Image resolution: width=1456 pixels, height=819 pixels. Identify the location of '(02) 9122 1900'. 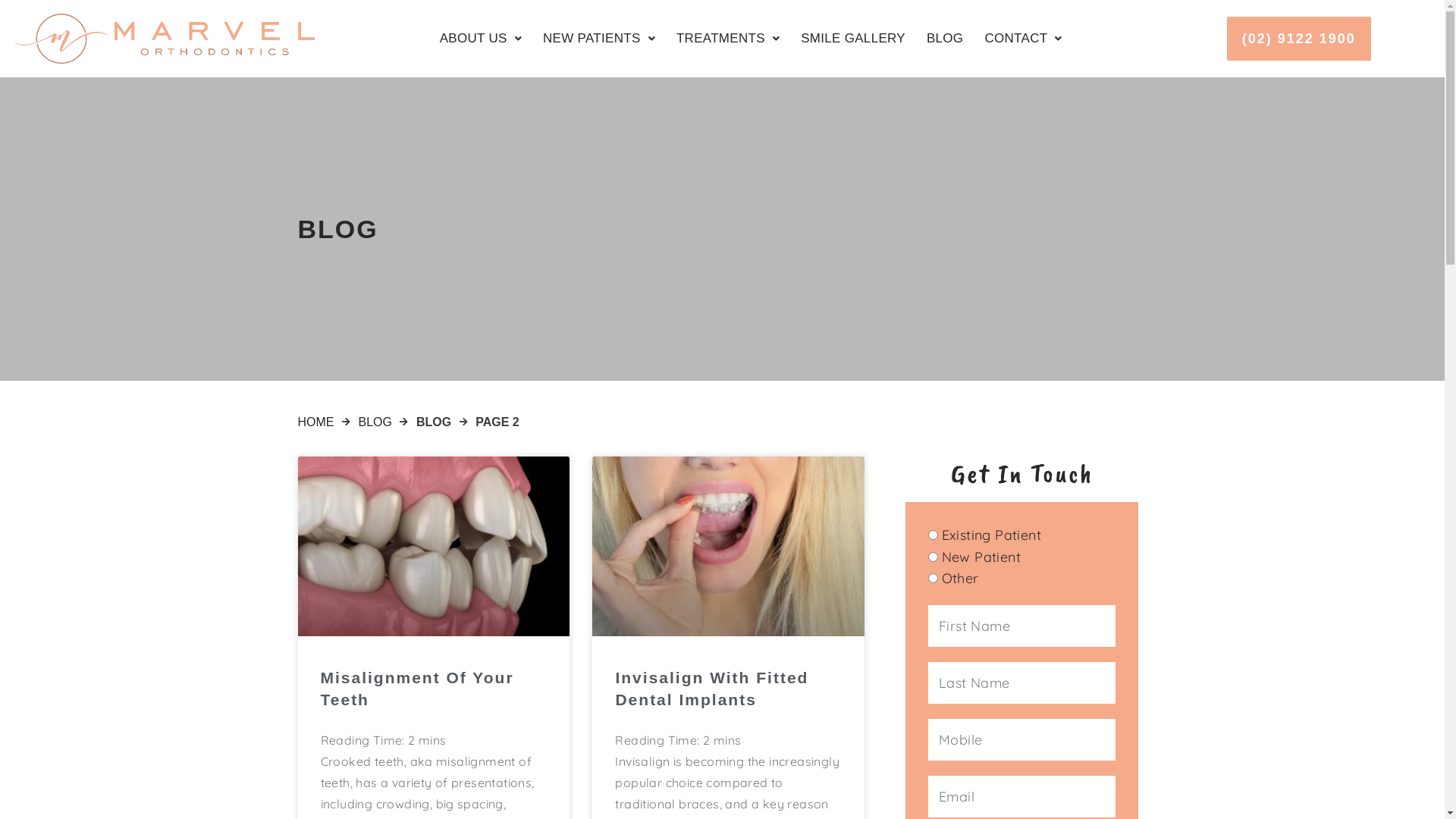
(1298, 37).